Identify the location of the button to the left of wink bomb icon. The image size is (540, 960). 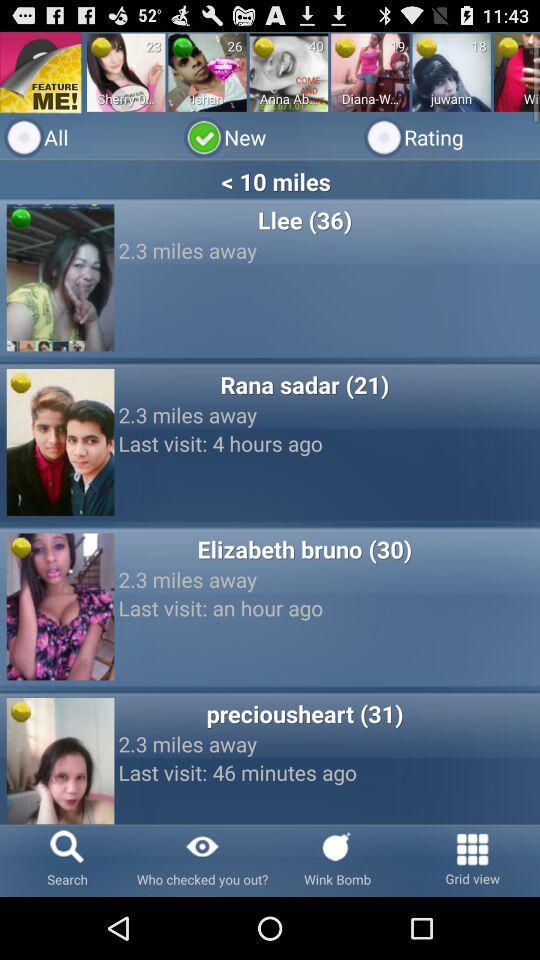
(202, 859).